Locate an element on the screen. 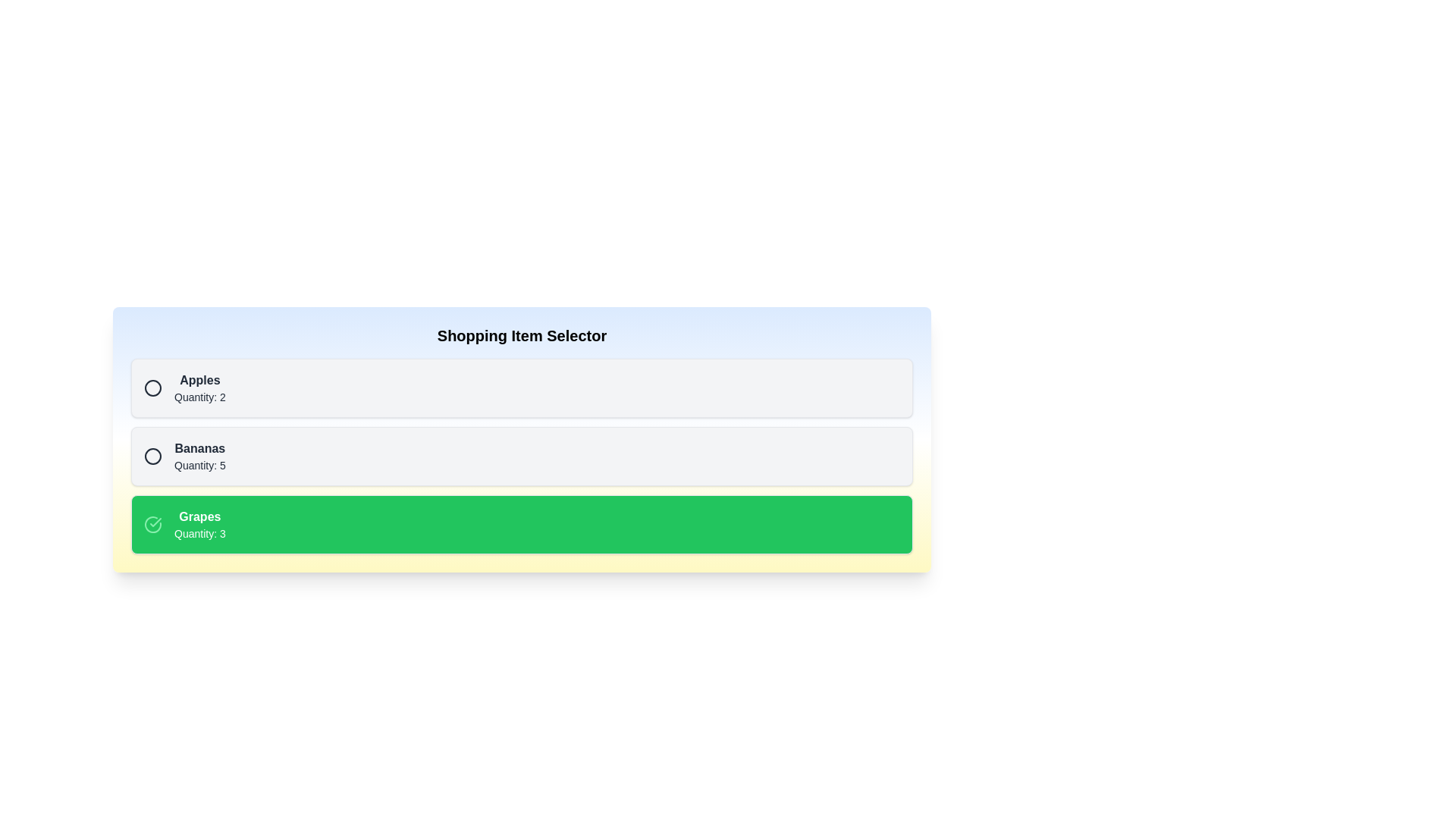 This screenshot has height=819, width=1456. the item Bananas to observe its hover effect is located at coordinates (522, 455).